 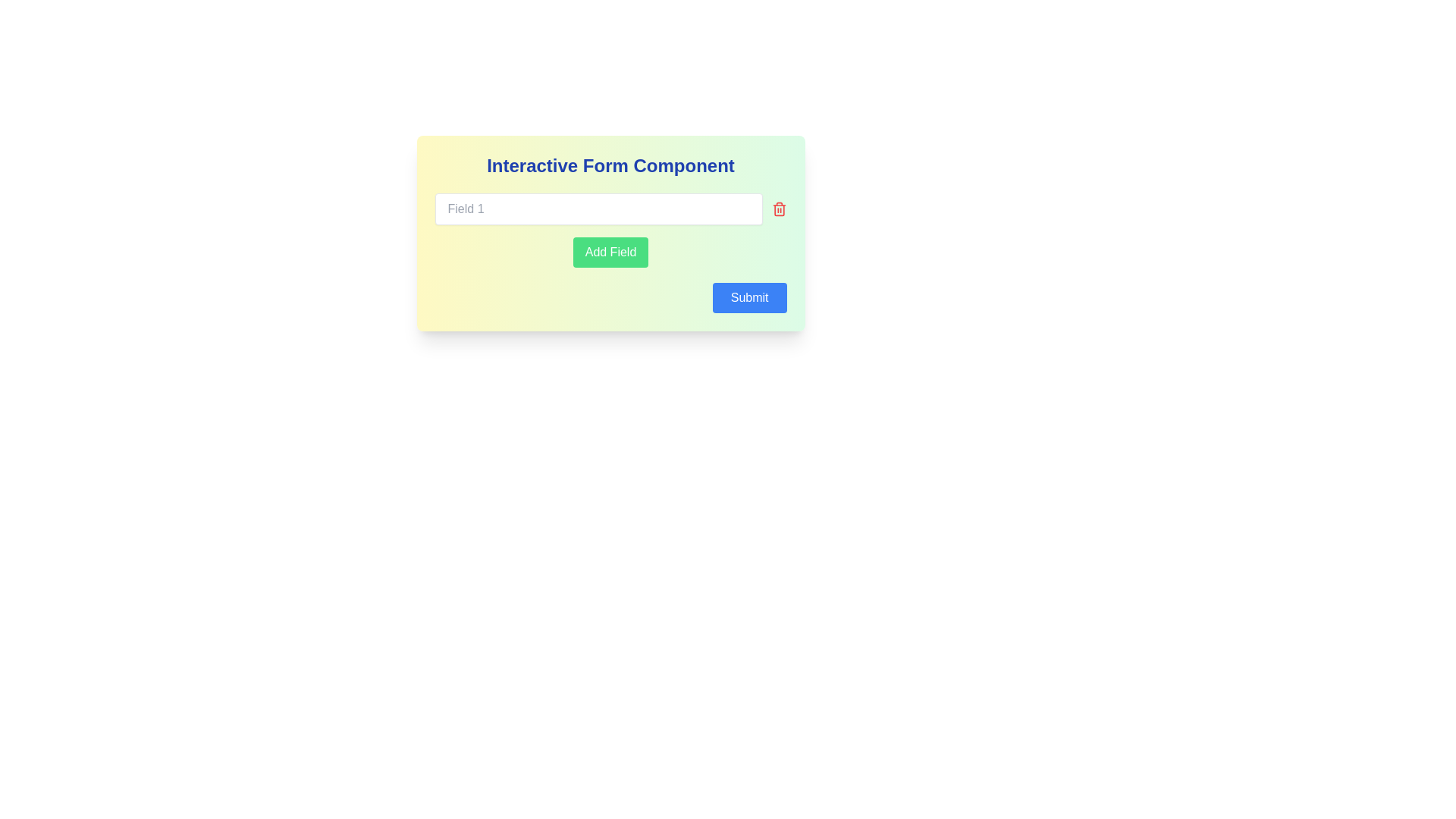 What do you see at coordinates (749, 298) in the screenshot?
I see `the blue rectangular 'Submit' button located in the bottom-right corner of the 'Interactive Form Component' card` at bounding box center [749, 298].